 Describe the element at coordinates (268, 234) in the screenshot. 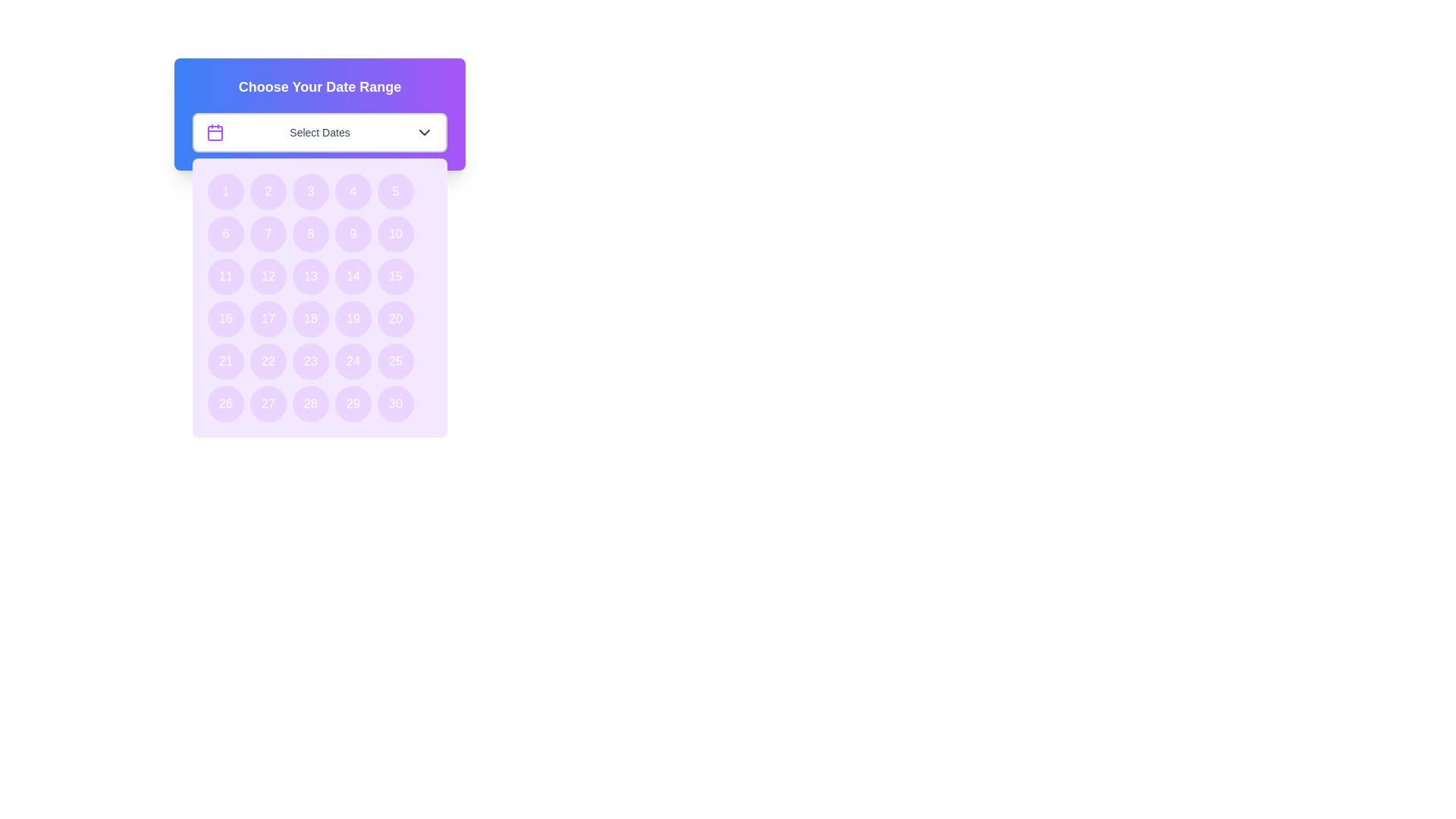

I see `the circular button displaying the number '7'` at that location.